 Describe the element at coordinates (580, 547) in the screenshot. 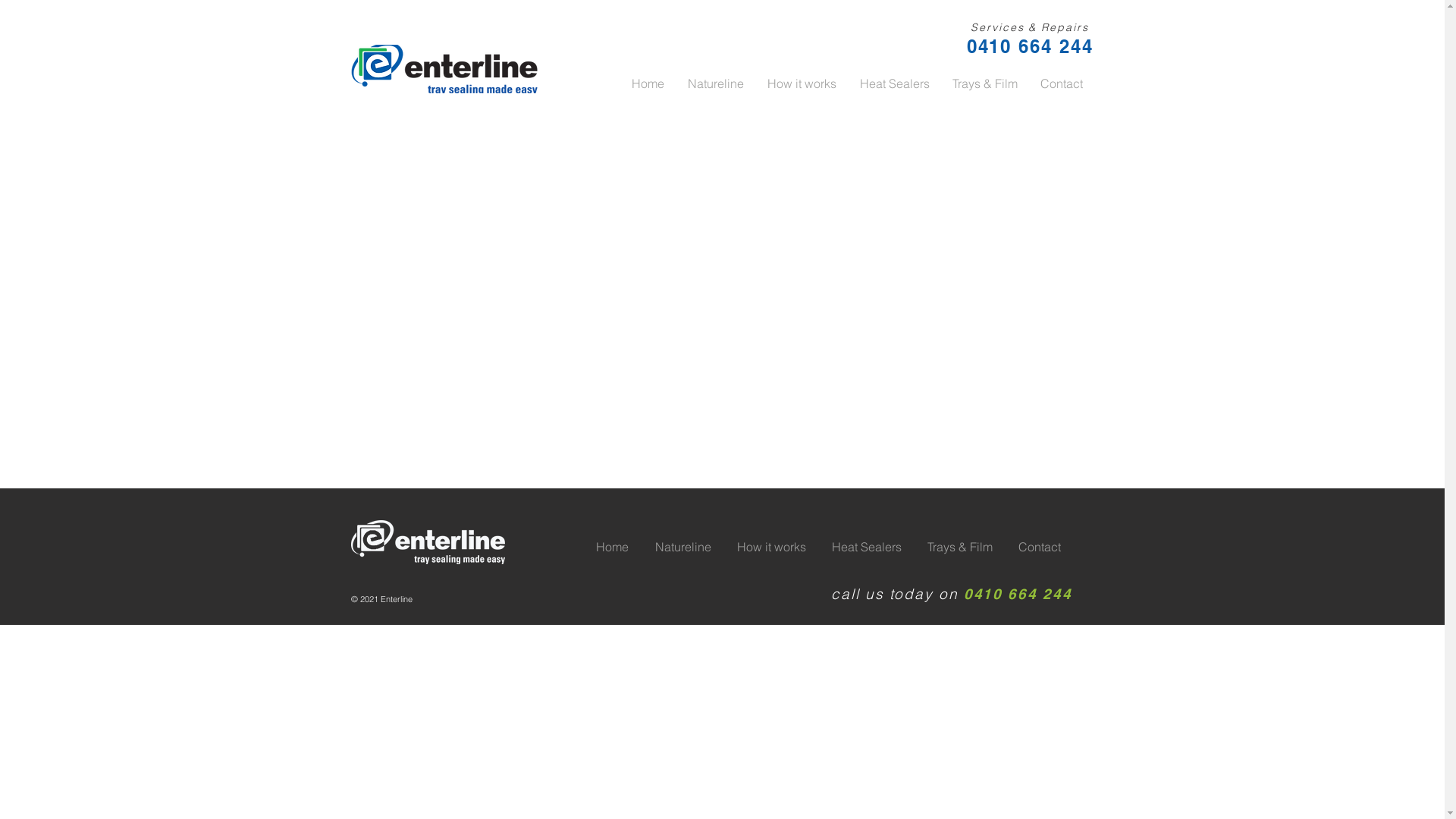

I see `'Home'` at that location.